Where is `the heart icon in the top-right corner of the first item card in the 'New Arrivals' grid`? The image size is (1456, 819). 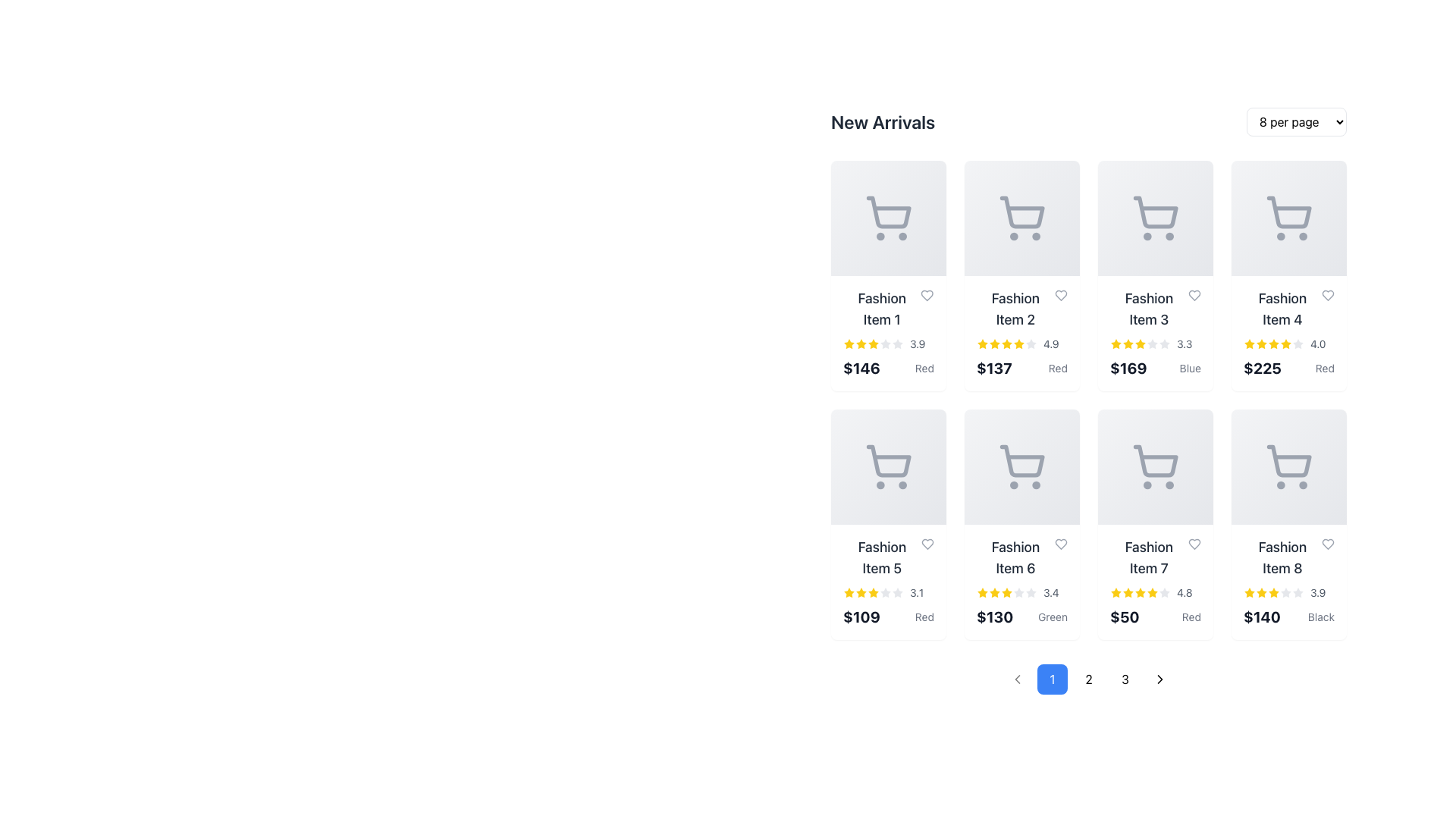 the heart icon in the top-right corner of the first item card in the 'New Arrivals' grid is located at coordinates (927, 295).